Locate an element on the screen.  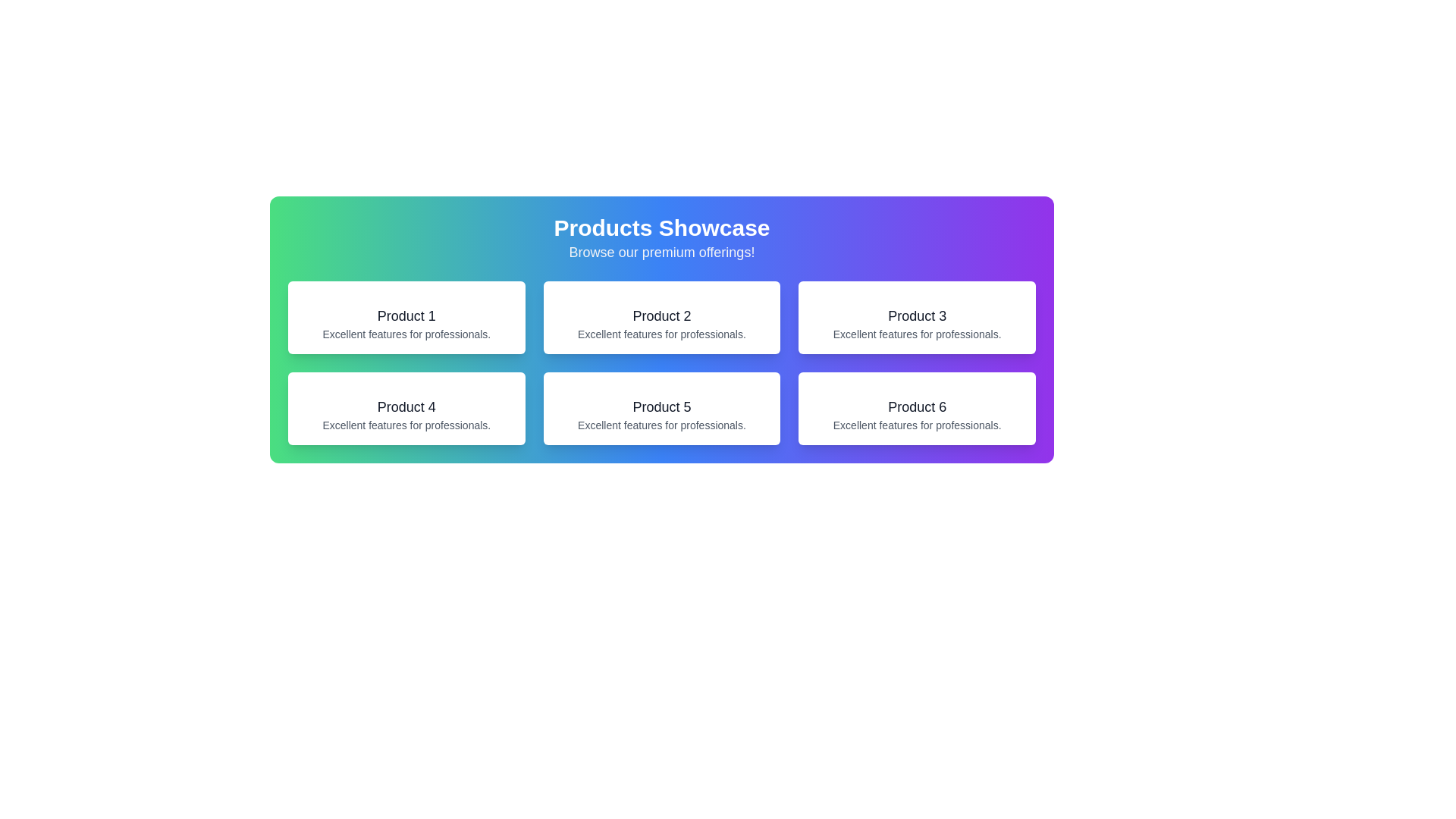
the card titled 'Product 6' which has a white background and rounded corners, located in the second row of a grid layout is located at coordinates (916, 408).